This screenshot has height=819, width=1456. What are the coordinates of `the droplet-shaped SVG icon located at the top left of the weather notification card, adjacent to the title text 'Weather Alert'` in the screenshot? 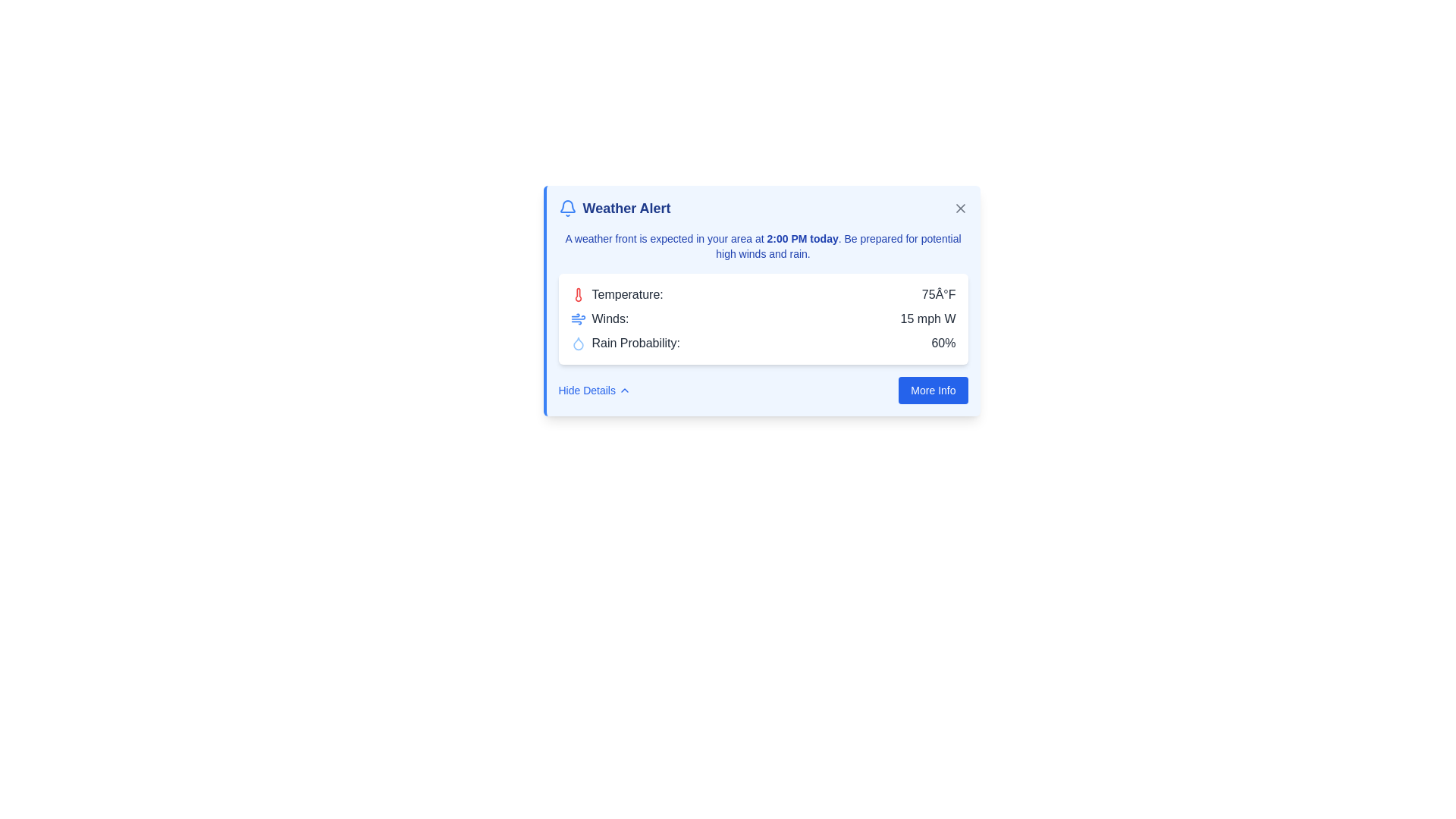 It's located at (577, 344).